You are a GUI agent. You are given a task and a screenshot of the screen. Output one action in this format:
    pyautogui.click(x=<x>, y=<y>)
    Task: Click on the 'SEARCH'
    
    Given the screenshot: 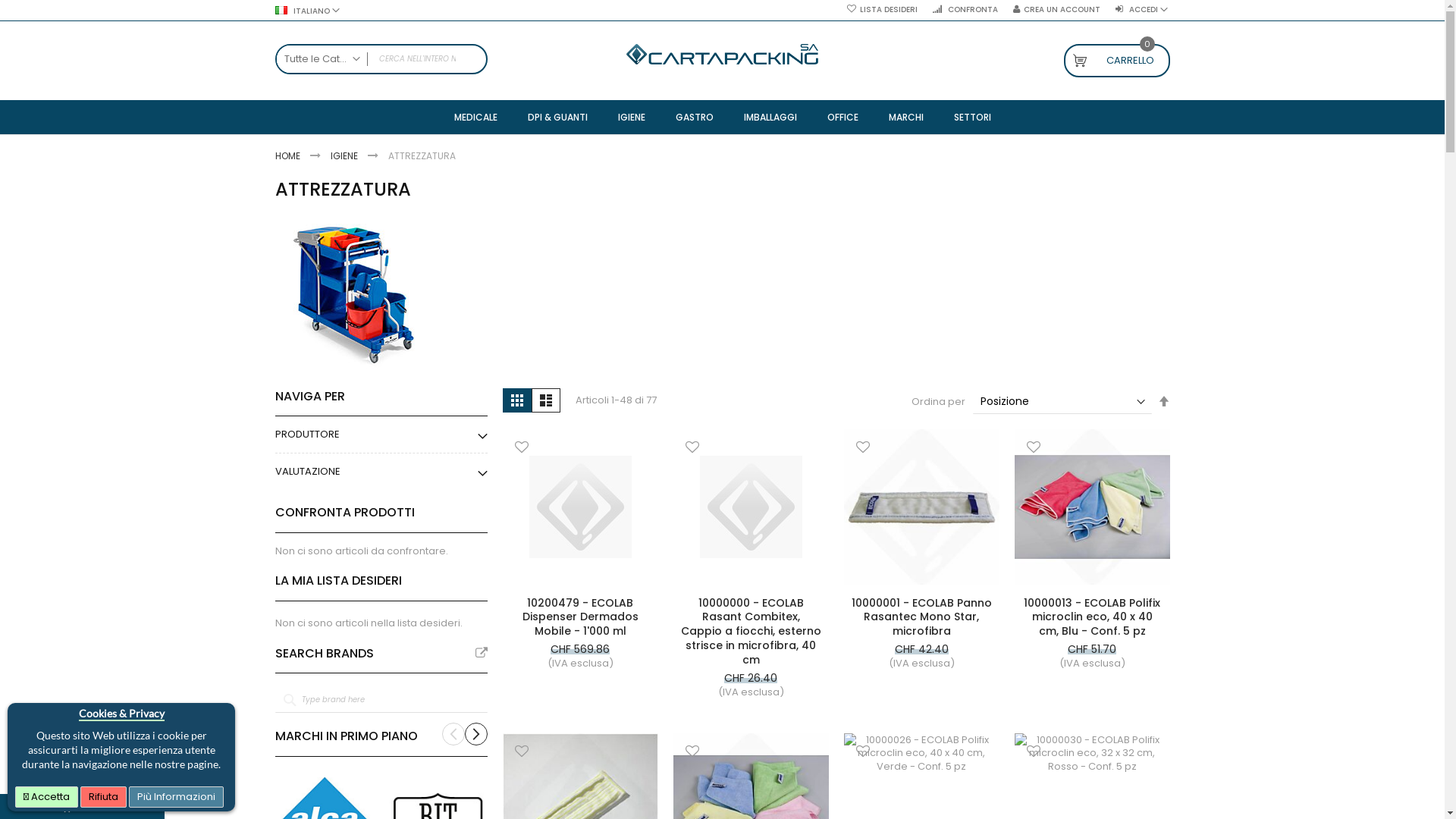 What is the action you would take?
    pyautogui.click(x=471, y=58)
    